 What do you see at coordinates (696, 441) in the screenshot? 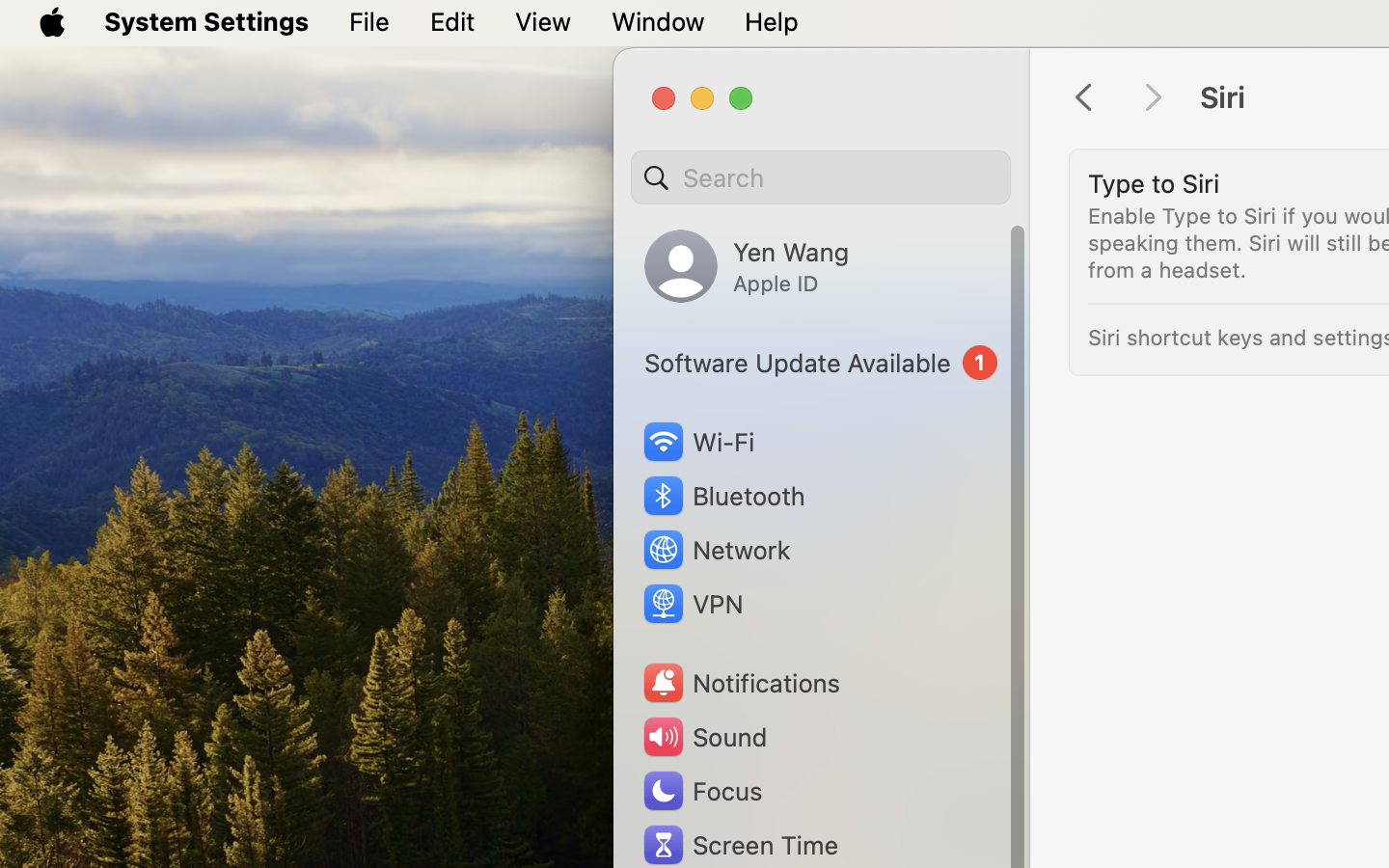
I see `'Wi‑Fi'` at bounding box center [696, 441].